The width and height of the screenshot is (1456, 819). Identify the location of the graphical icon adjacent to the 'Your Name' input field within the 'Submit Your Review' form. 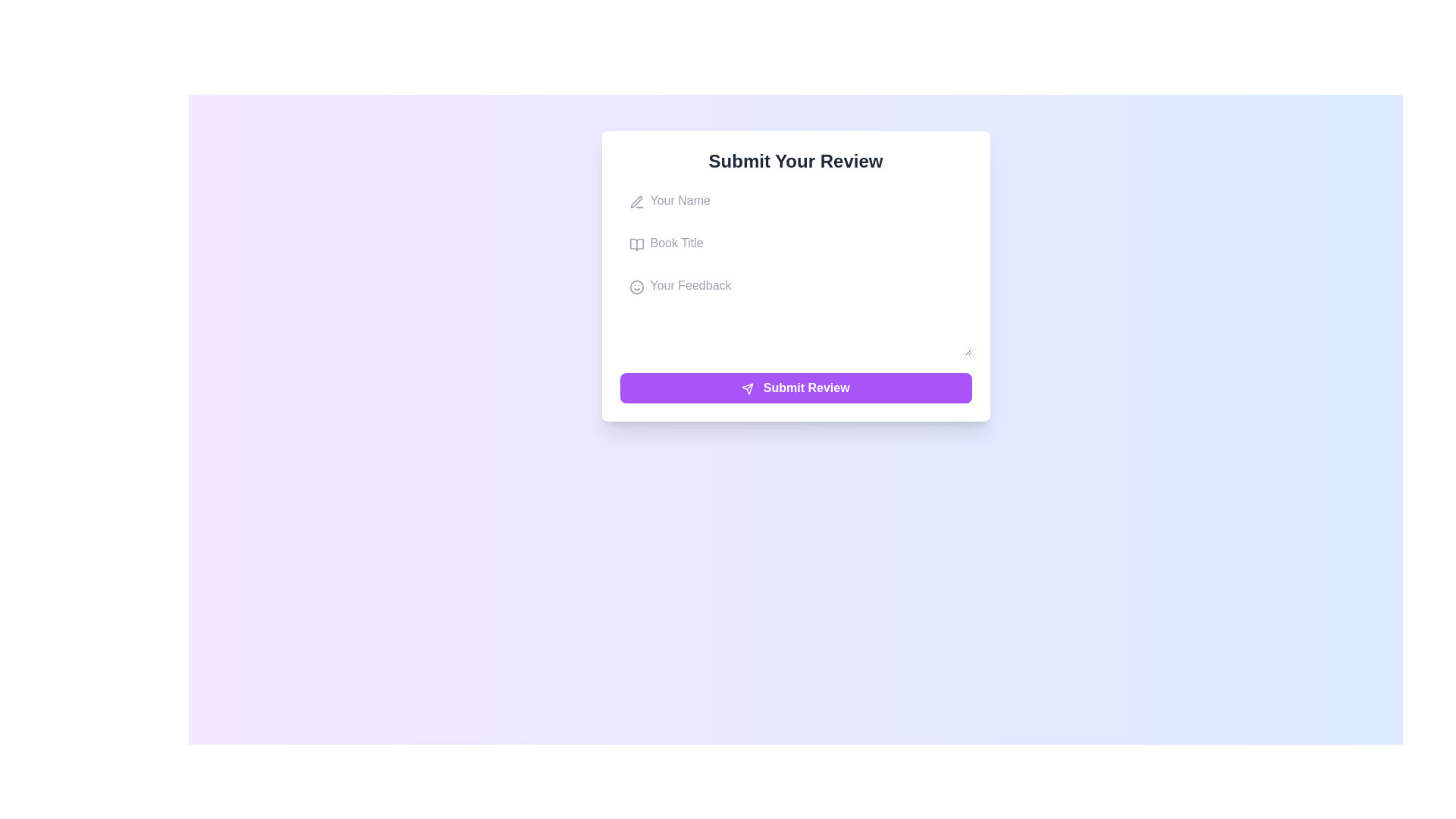
(636, 201).